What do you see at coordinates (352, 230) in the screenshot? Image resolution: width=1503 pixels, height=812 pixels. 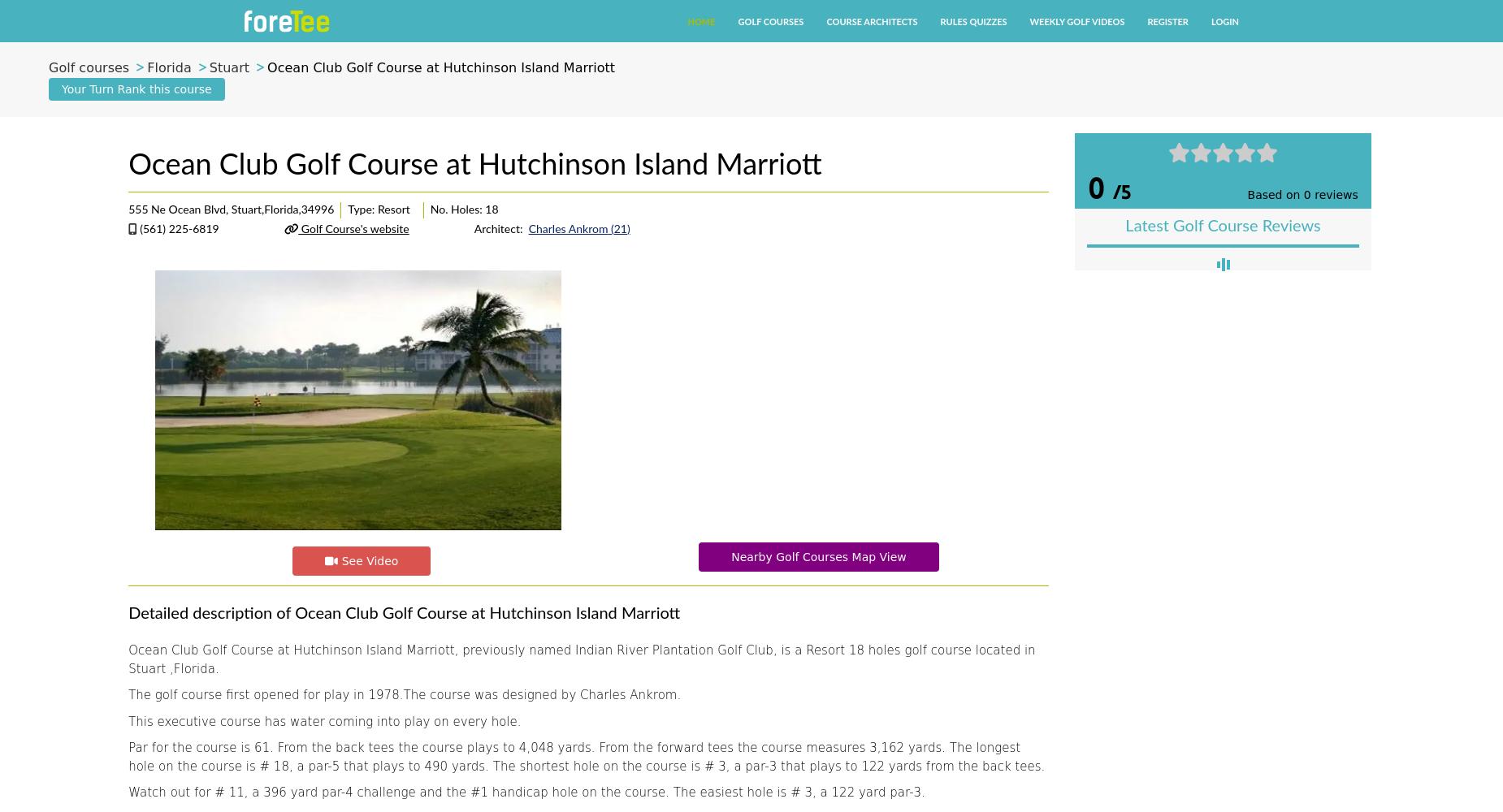 I see `'Golf Course's website'` at bounding box center [352, 230].